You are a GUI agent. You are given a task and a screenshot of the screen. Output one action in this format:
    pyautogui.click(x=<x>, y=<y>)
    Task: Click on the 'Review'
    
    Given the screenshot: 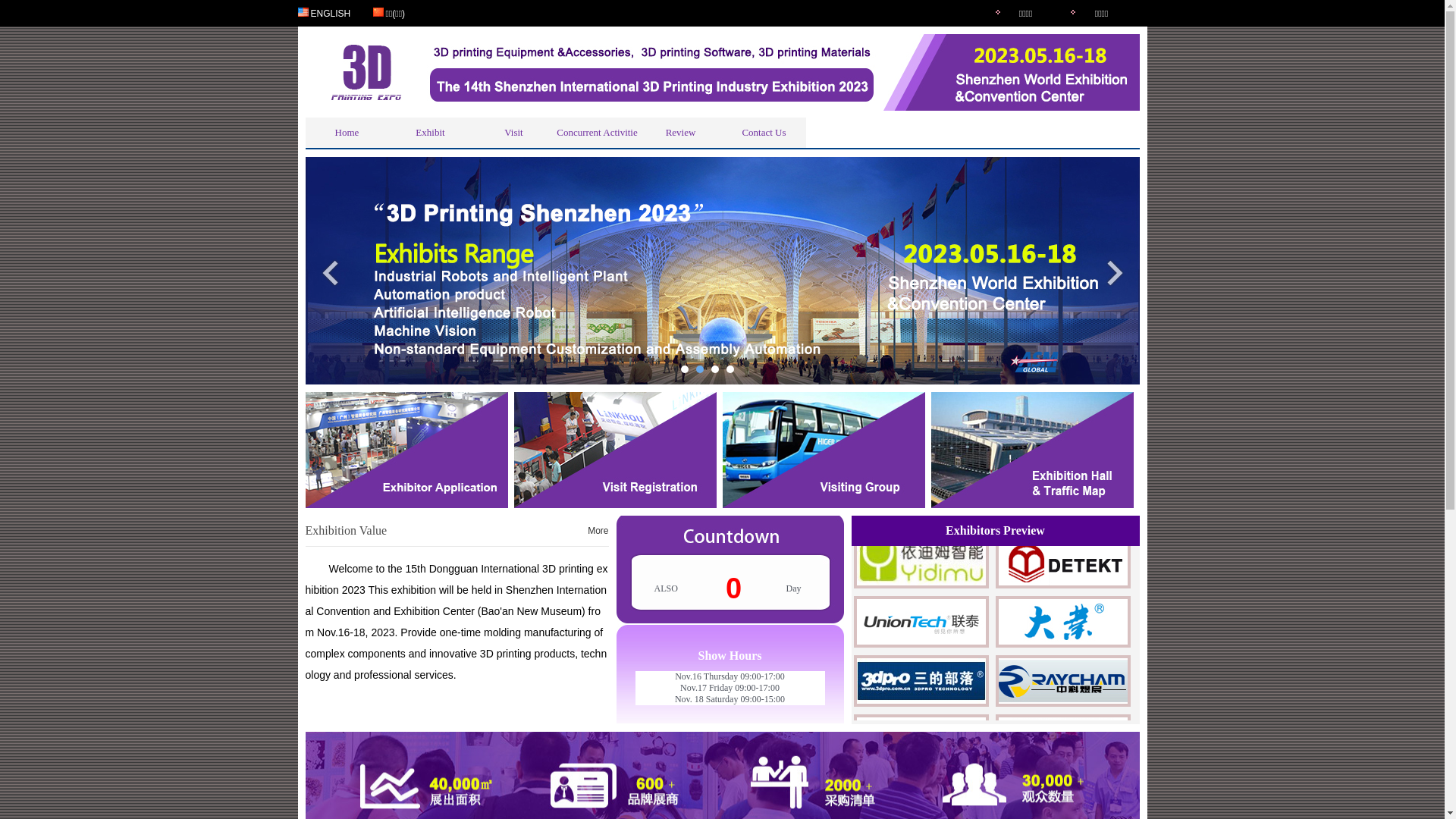 What is the action you would take?
    pyautogui.click(x=679, y=131)
    